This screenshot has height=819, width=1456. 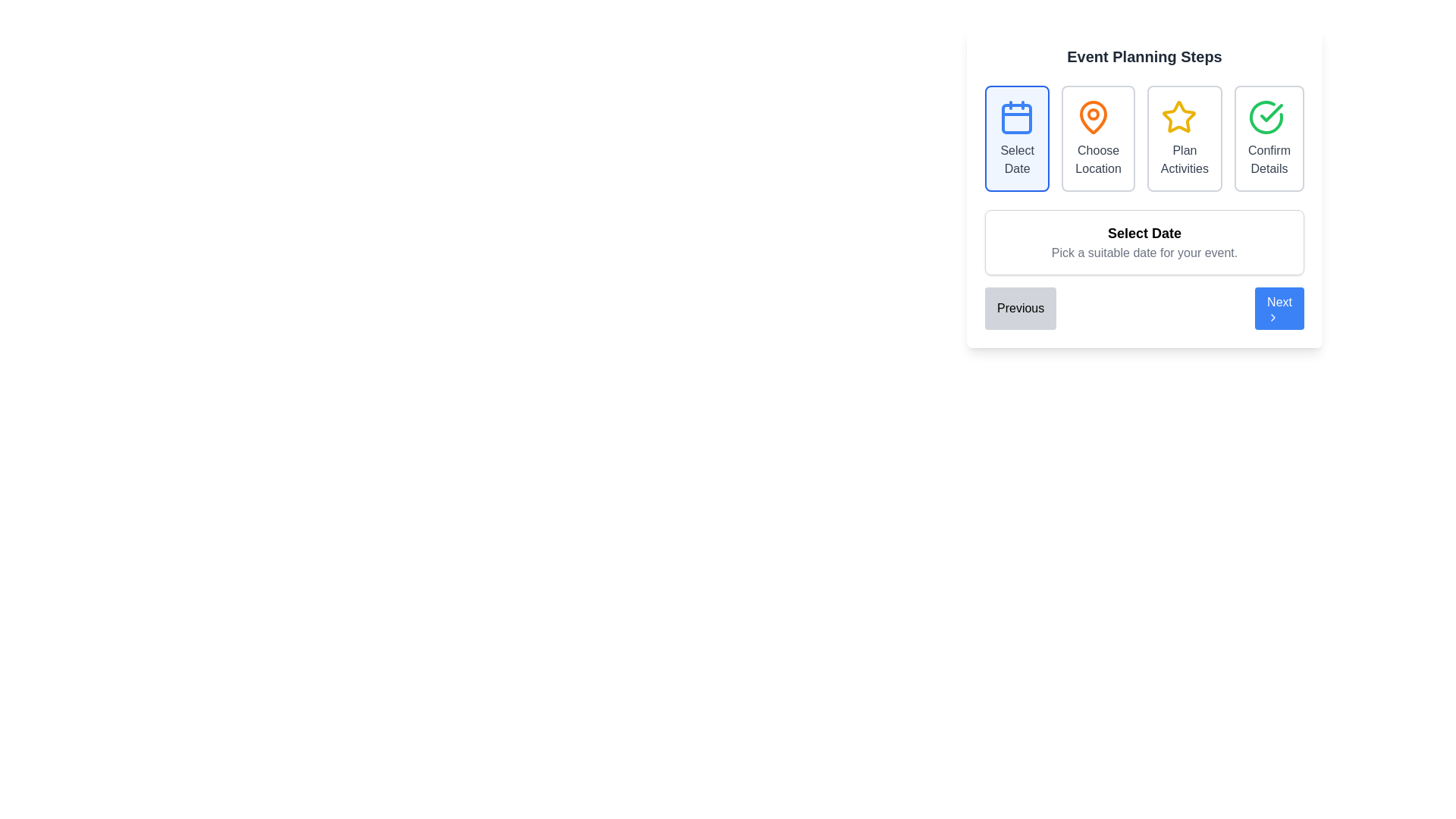 I want to click on the blue-outlined calendar icon located in the top-left of the modal box, representing the first step in the event planning process, so click(x=1016, y=116).